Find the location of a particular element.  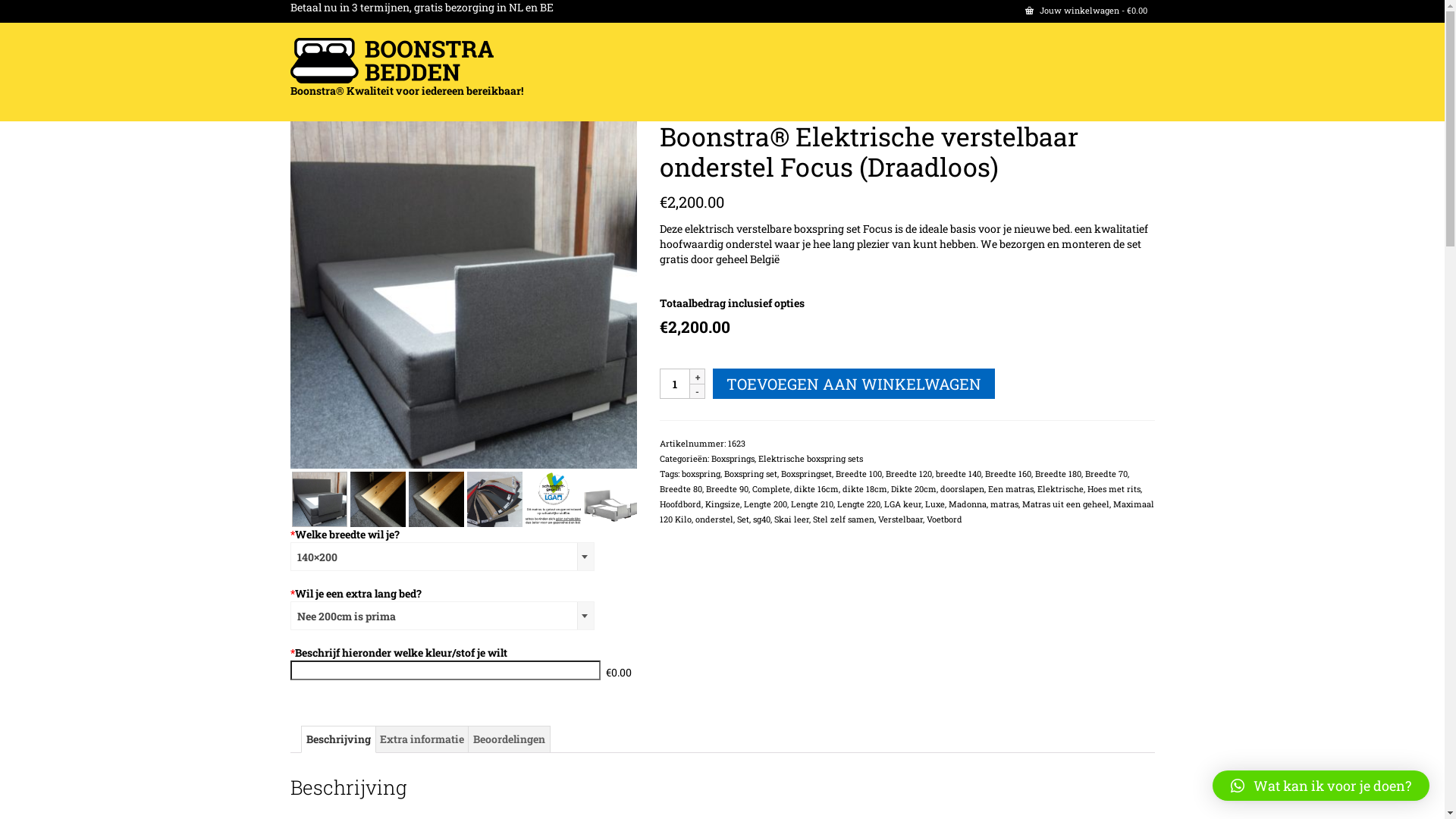

'Dikte 20cm' is located at coordinates (912, 488).